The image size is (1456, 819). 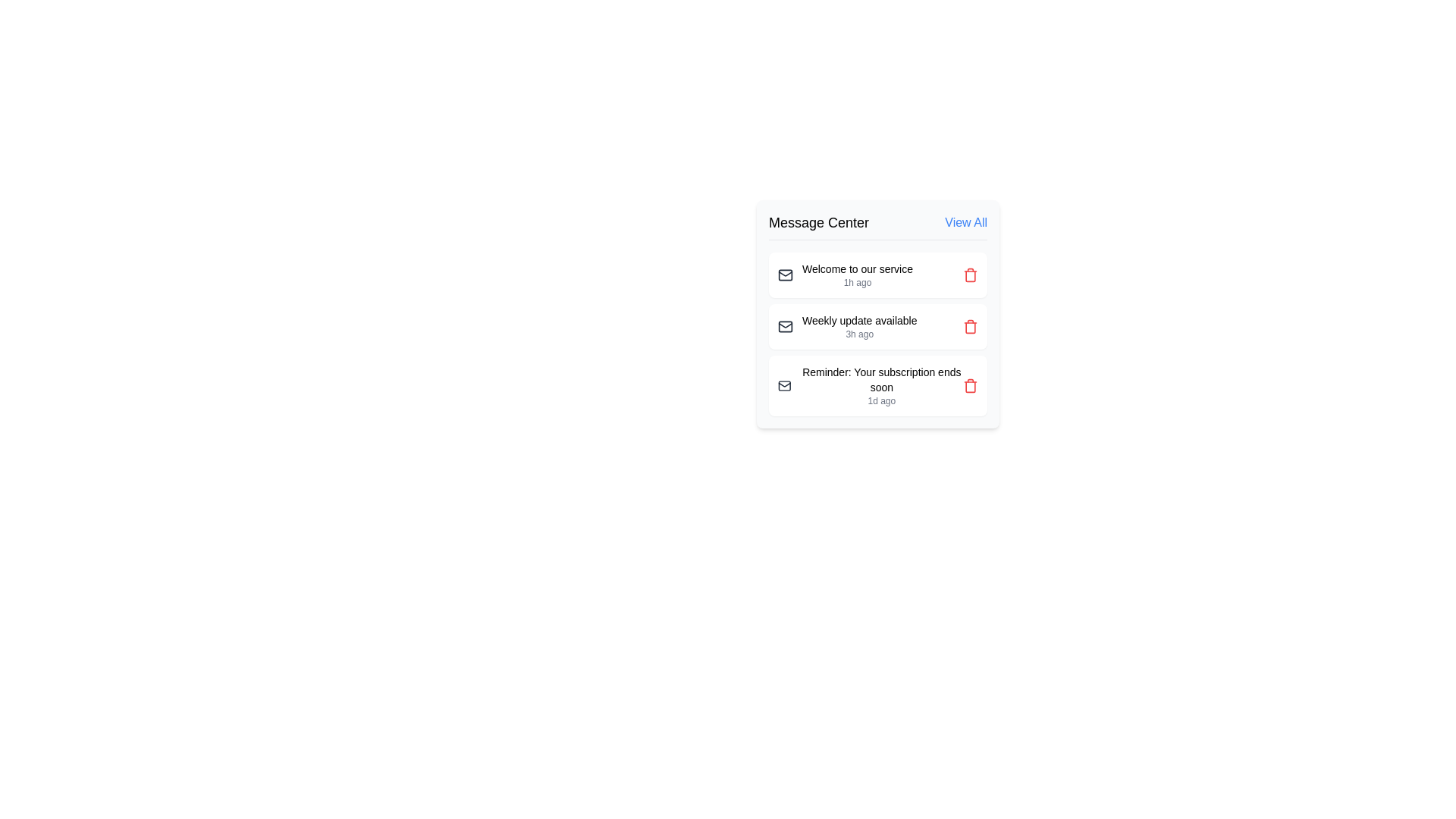 I want to click on the email or notification icon located to the far left of the 'Reminder: Your subscription ends soon' text in the third row of the message center, so click(x=784, y=385).